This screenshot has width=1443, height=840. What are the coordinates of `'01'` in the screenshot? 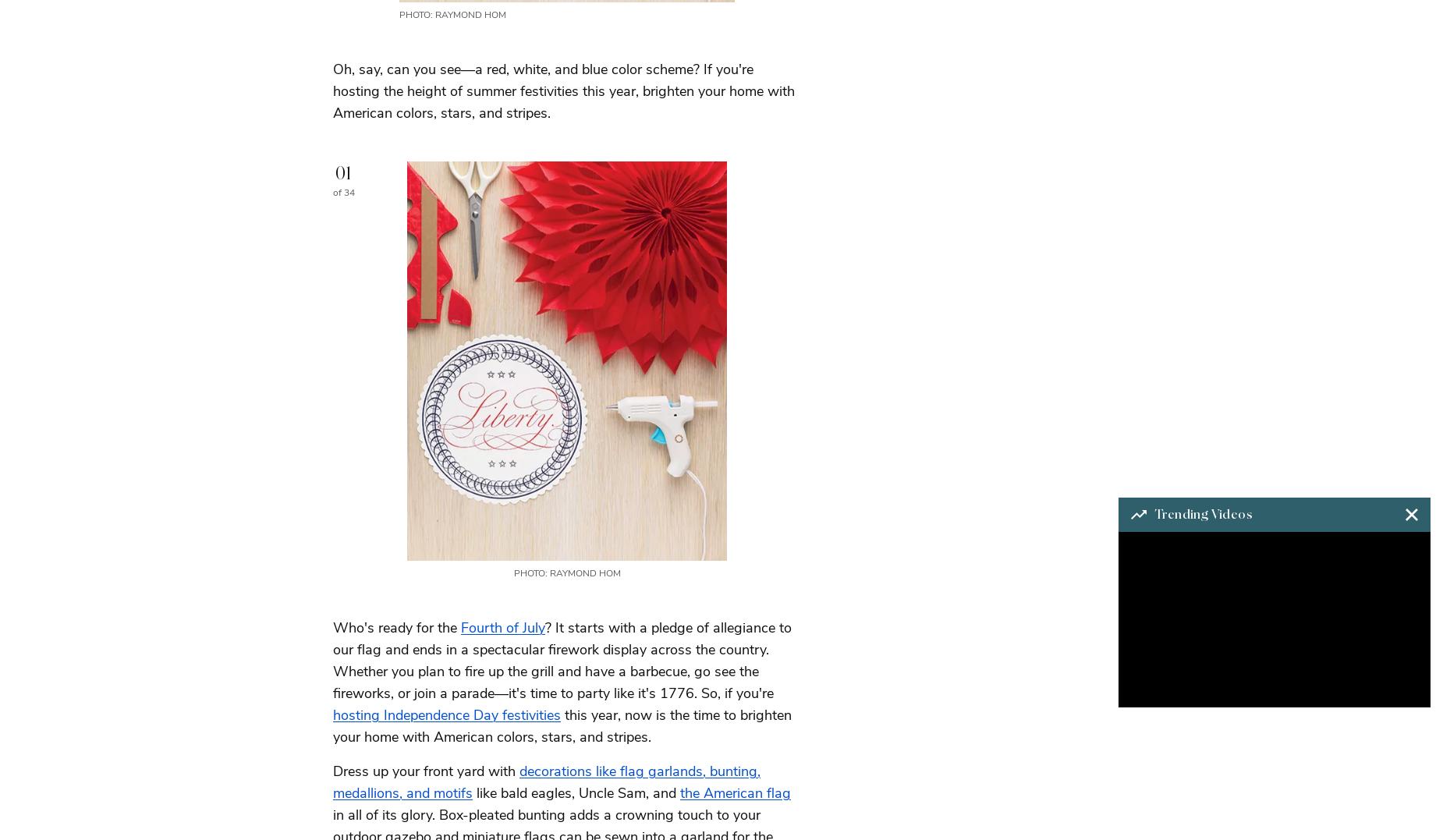 It's located at (342, 172).